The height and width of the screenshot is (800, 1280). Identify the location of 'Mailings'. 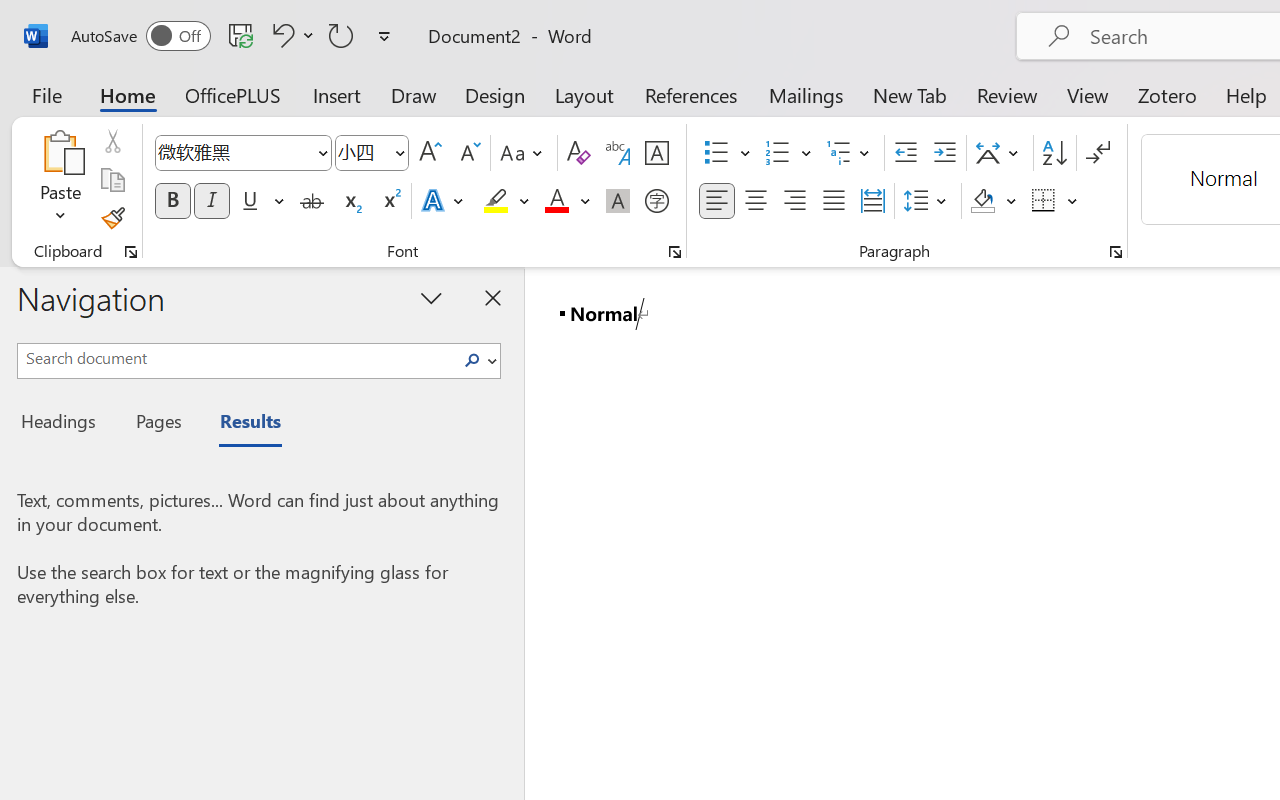
(806, 94).